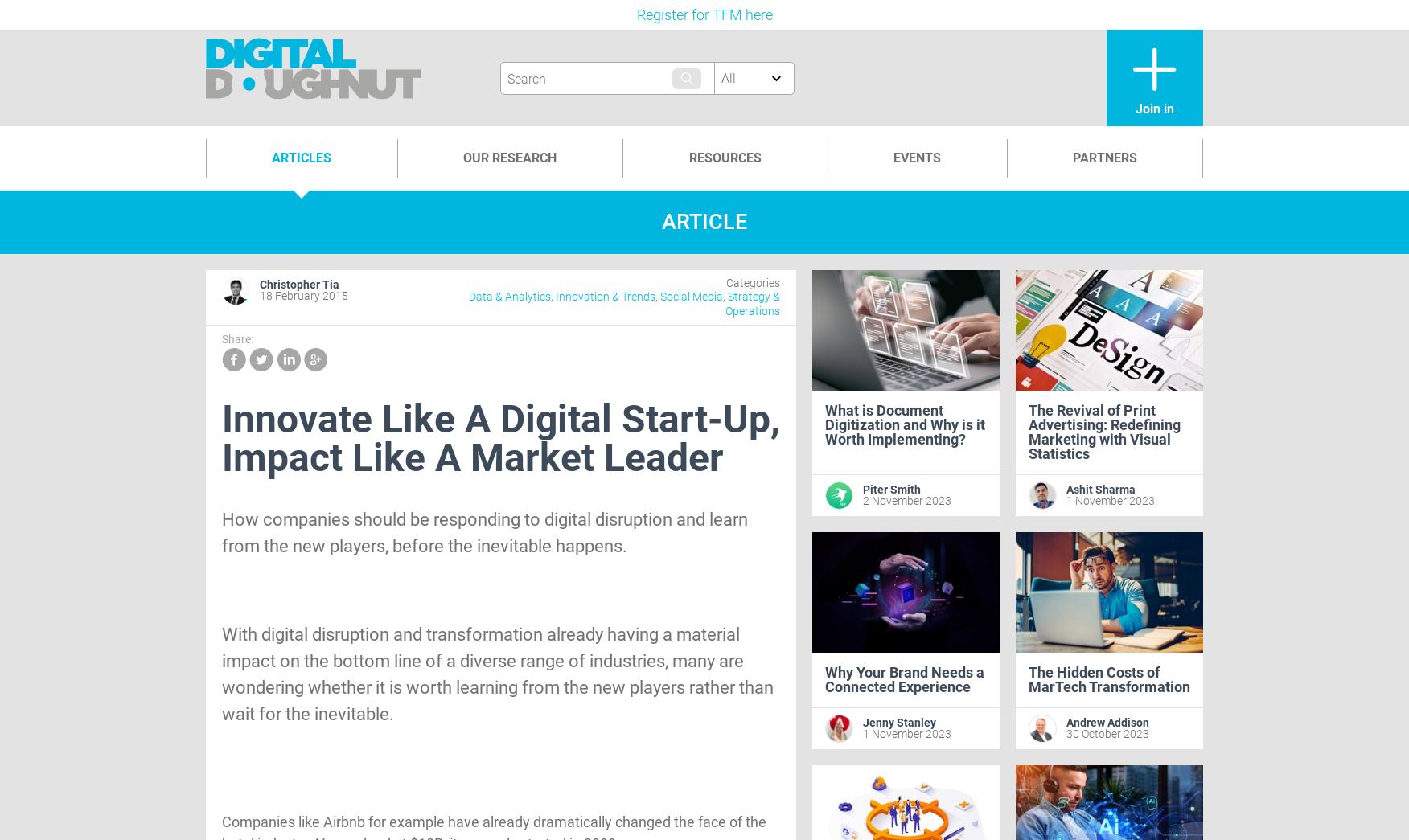  Describe the element at coordinates (898, 723) in the screenshot. I see `'Jenny Stanley'` at that location.